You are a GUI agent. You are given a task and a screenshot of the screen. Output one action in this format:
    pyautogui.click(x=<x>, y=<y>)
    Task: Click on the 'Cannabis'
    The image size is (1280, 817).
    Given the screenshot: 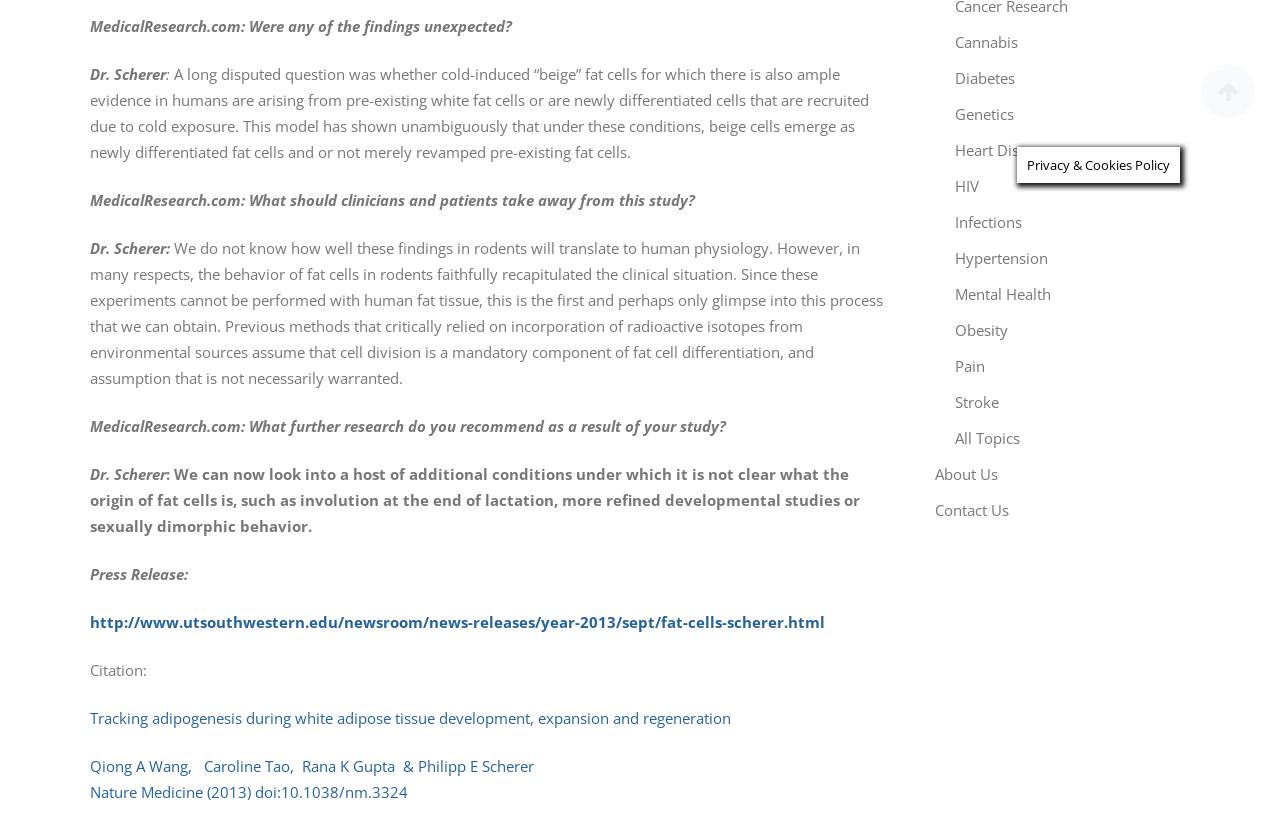 What is the action you would take?
    pyautogui.click(x=986, y=40)
    